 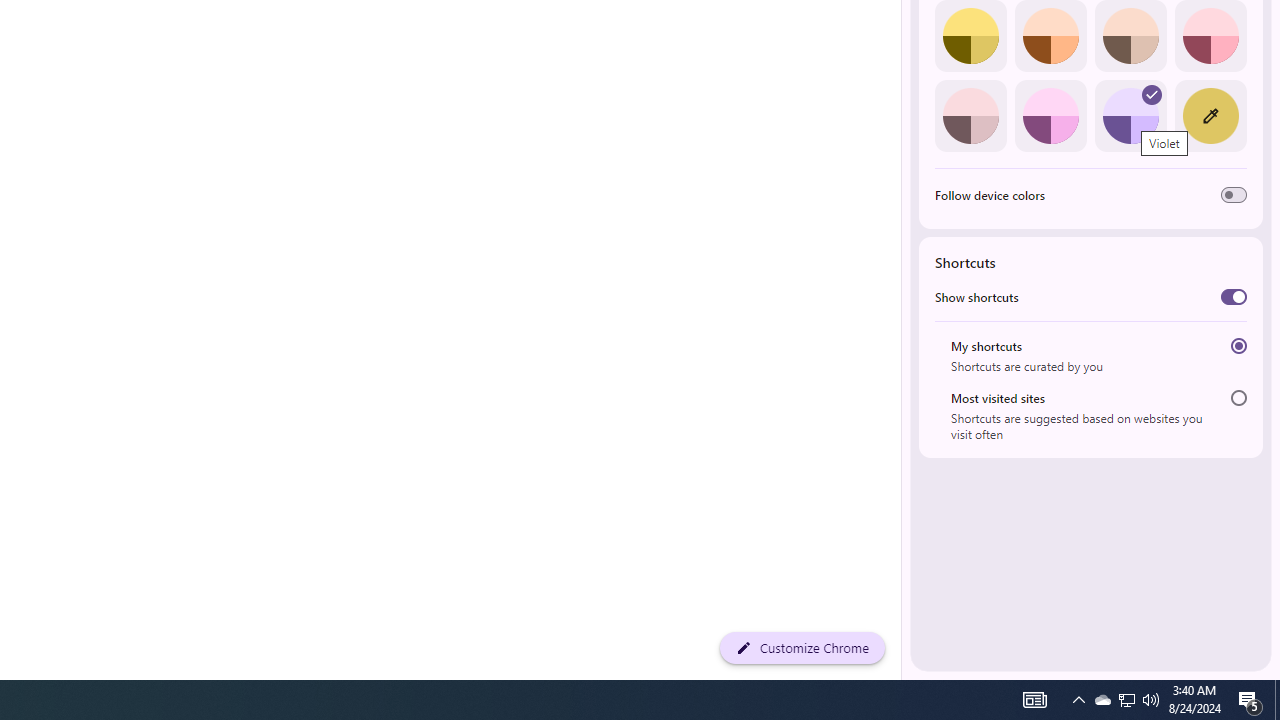 What do you see at coordinates (1209, 115) in the screenshot?
I see `'Custom color'` at bounding box center [1209, 115].